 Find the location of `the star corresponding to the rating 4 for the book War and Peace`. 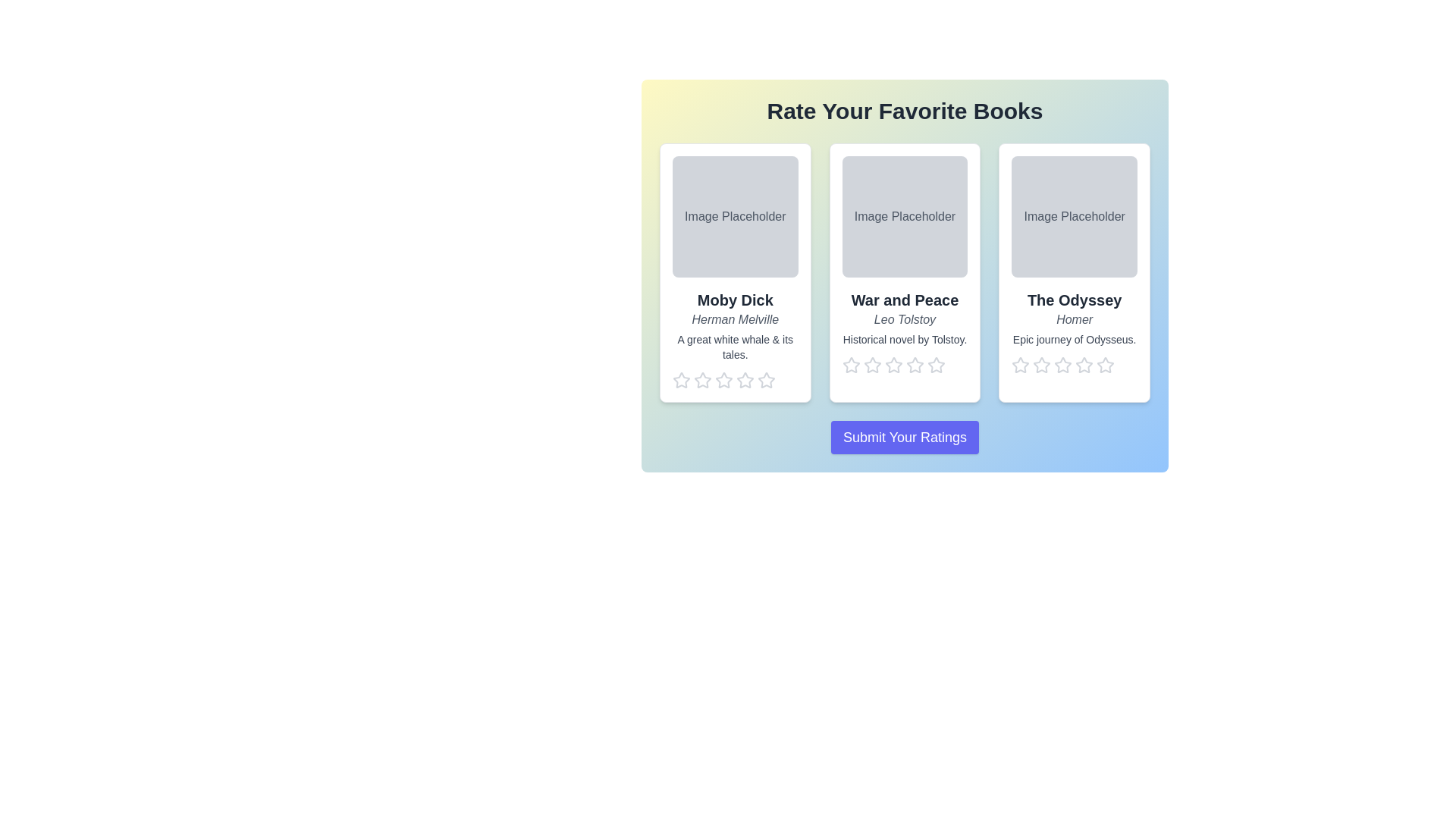

the star corresponding to the rating 4 for the book War and Peace is located at coordinates (914, 366).